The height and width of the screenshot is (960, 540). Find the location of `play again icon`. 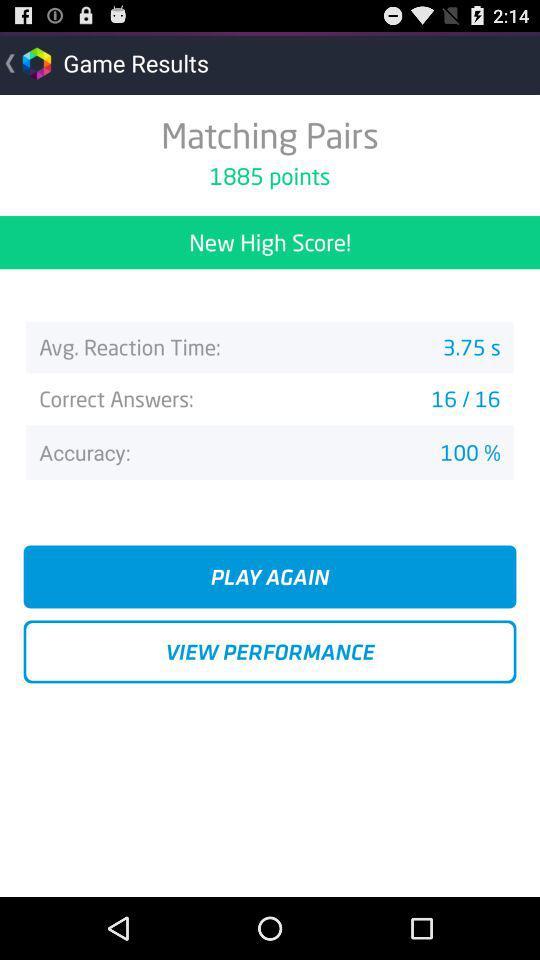

play again icon is located at coordinates (270, 576).